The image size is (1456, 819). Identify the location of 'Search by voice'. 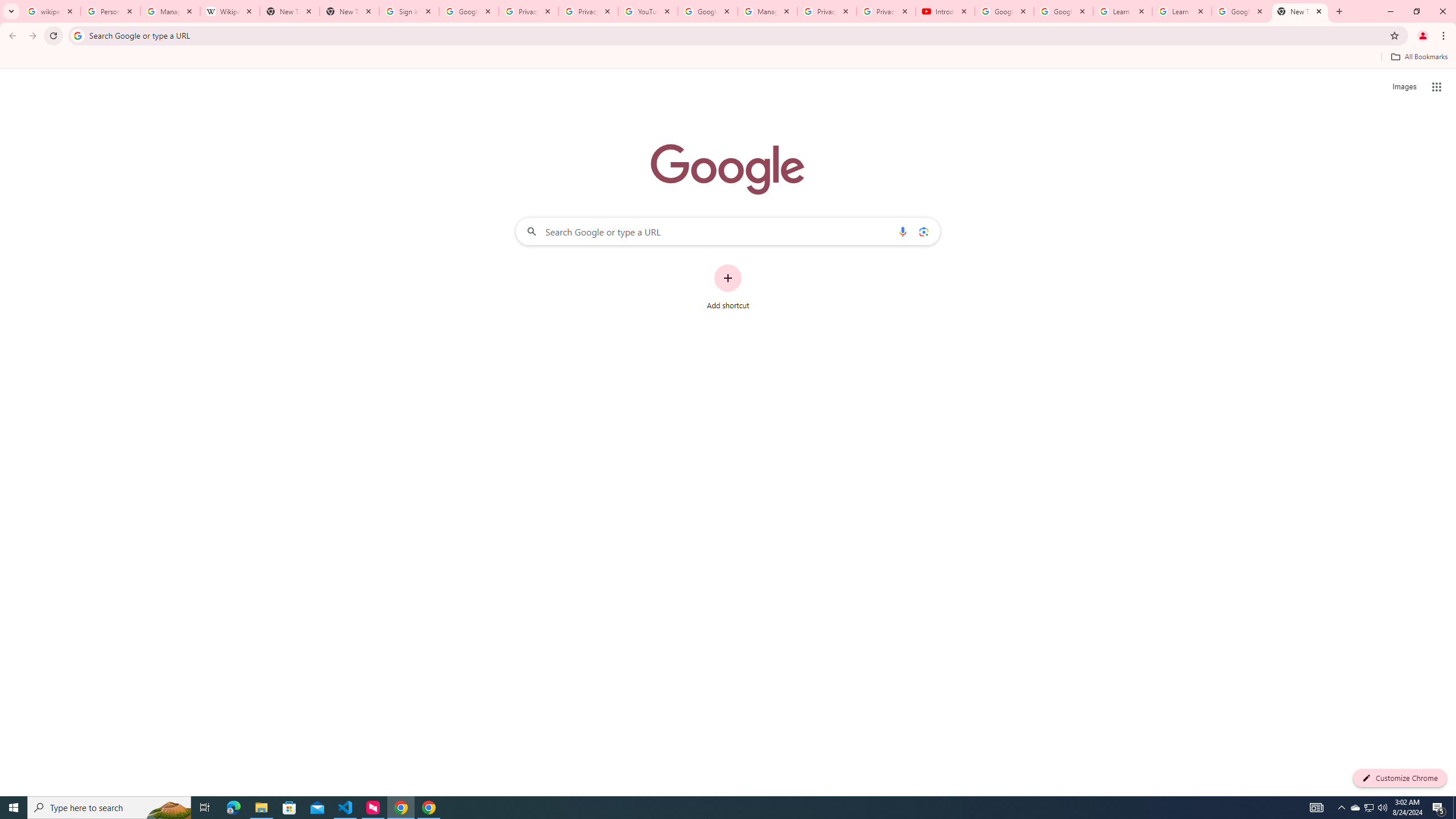
(902, 230).